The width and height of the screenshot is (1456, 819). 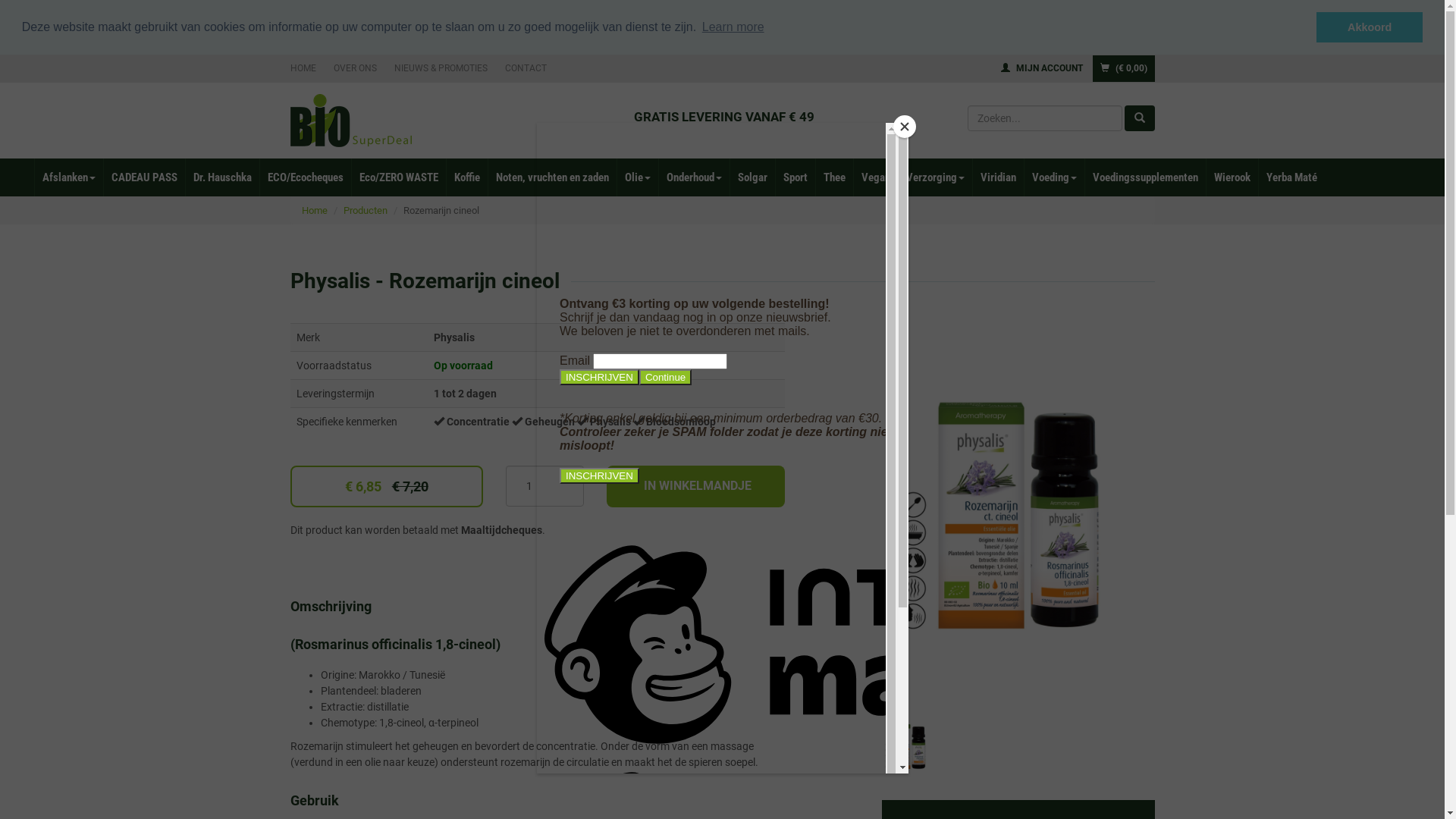 What do you see at coordinates (398, 175) in the screenshot?
I see `'Eco/ZERO WASTE'` at bounding box center [398, 175].